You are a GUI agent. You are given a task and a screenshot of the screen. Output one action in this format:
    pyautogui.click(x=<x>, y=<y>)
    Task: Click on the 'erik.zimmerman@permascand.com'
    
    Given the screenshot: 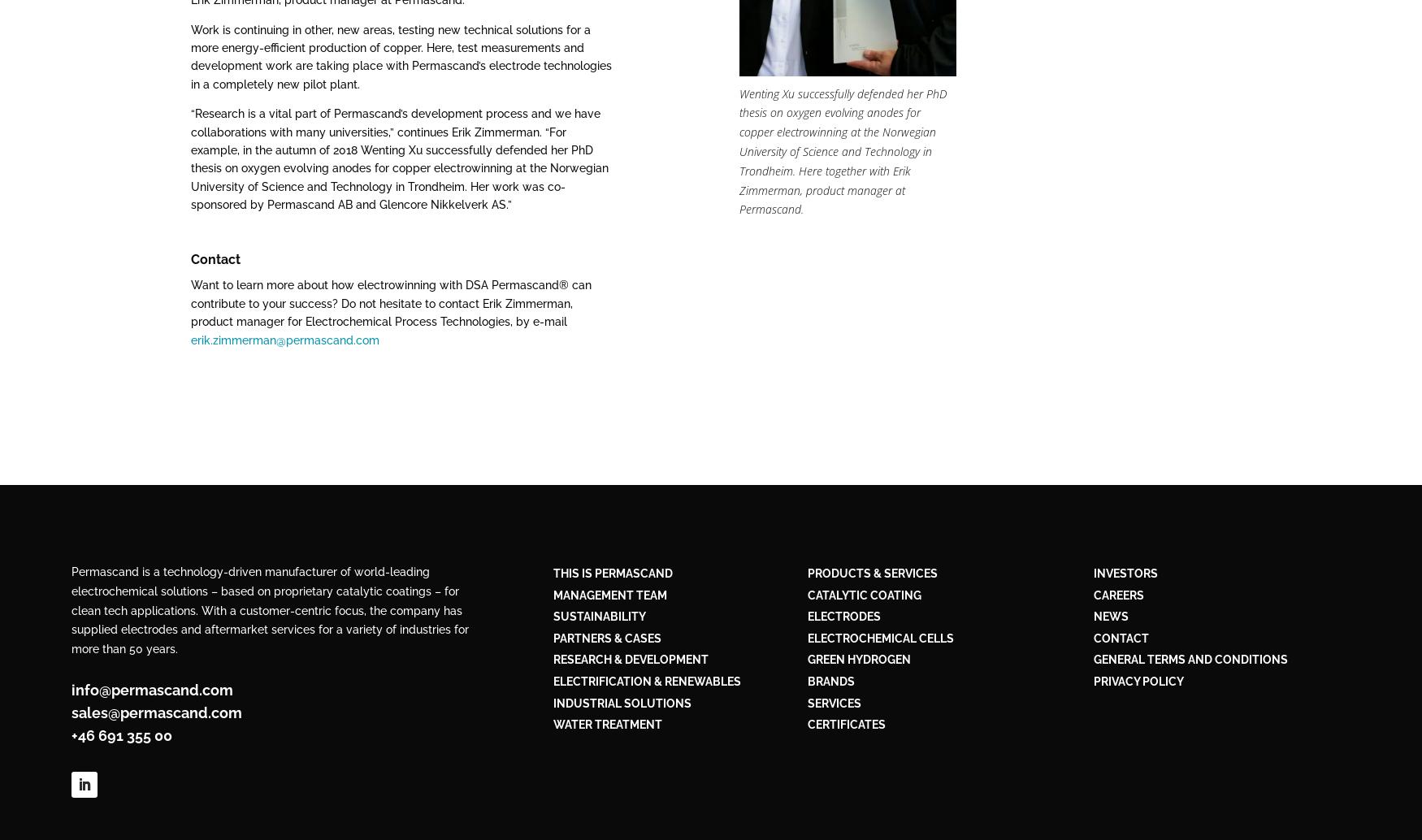 What is the action you would take?
    pyautogui.click(x=285, y=339)
    